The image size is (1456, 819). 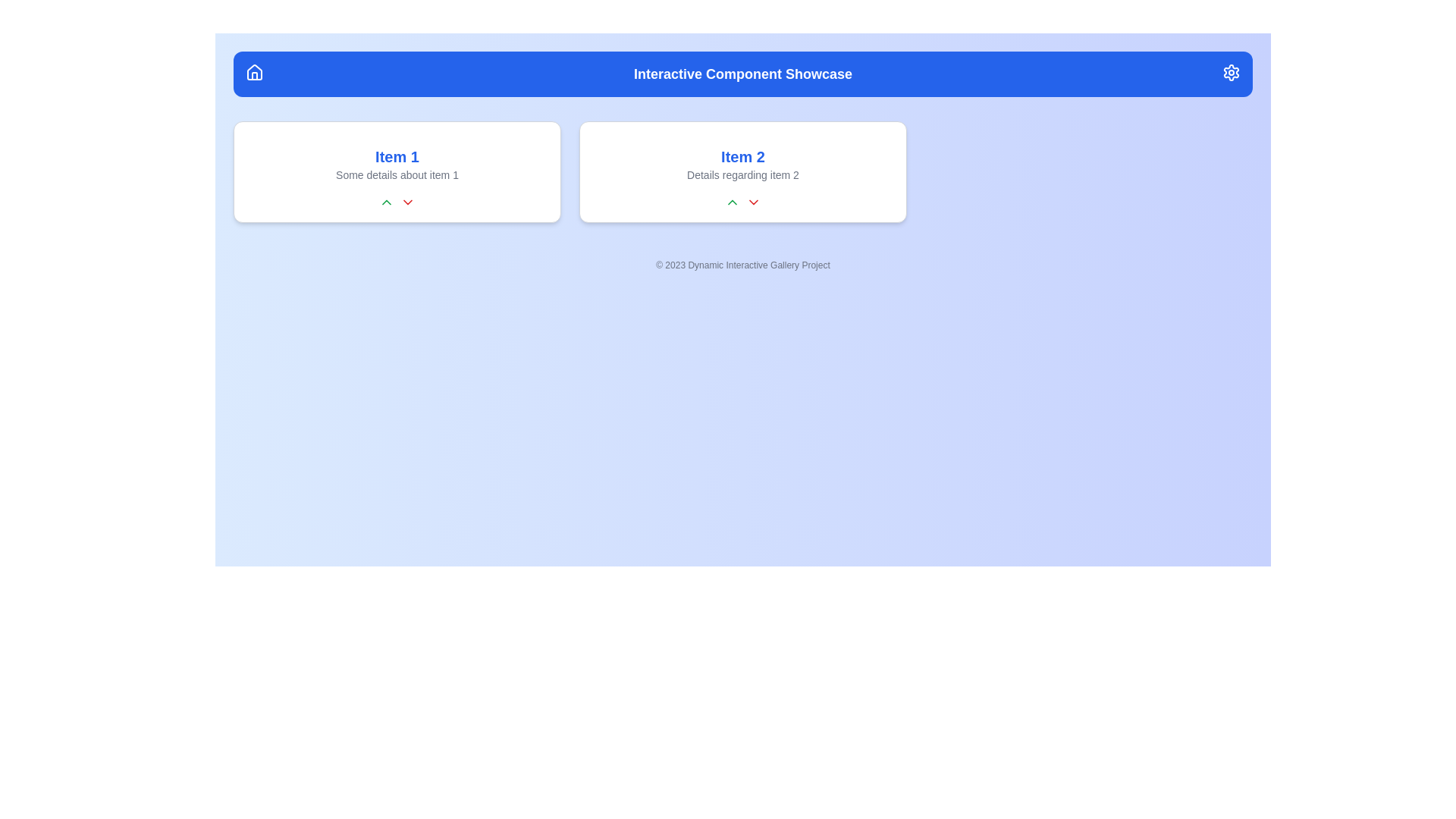 What do you see at coordinates (1231, 73) in the screenshot?
I see `the settings cogwheel icon located at the far-right corner of the top blue bar` at bounding box center [1231, 73].